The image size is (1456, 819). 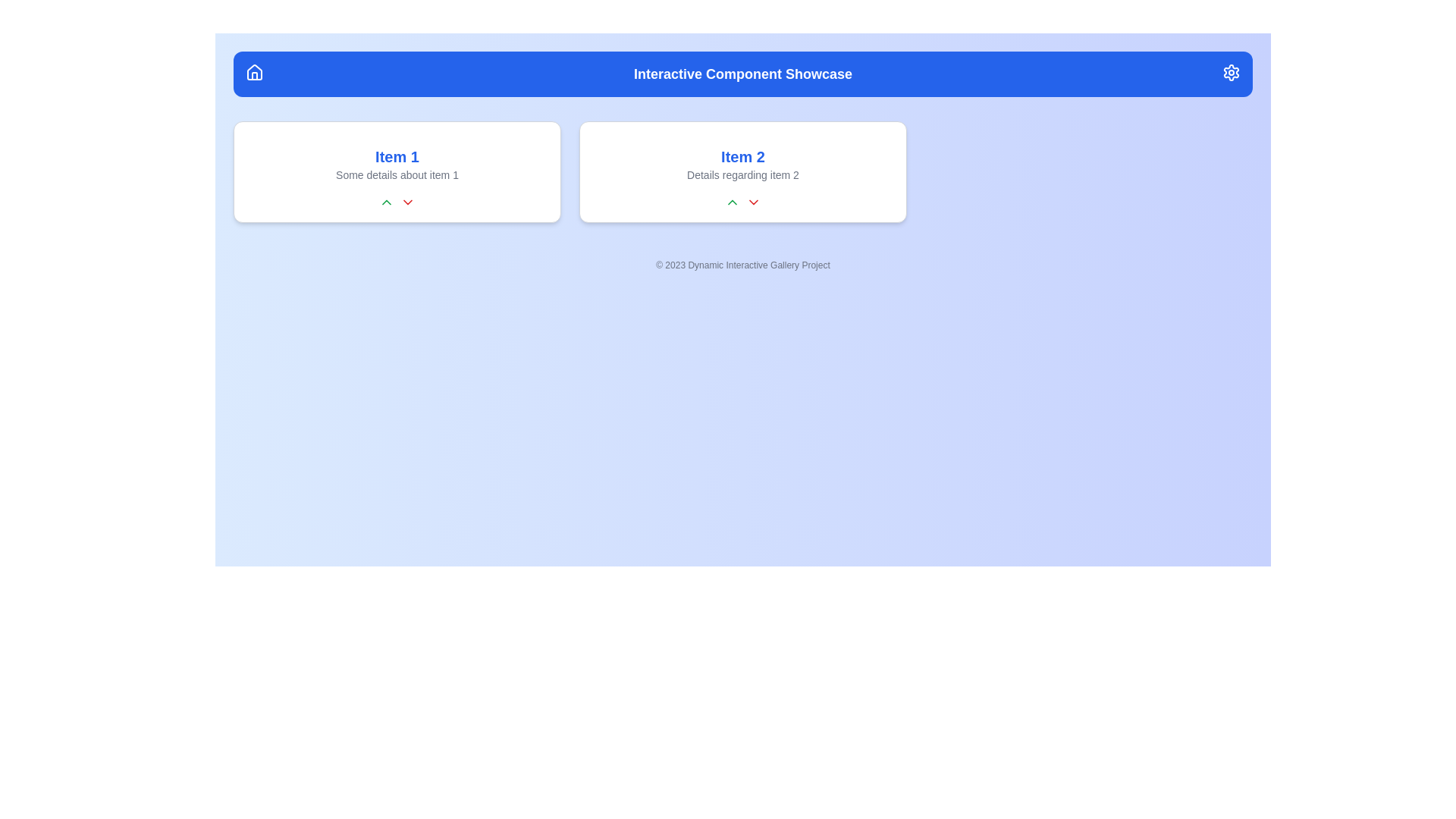 What do you see at coordinates (1231, 73) in the screenshot?
I see `the settings cogwheel icon located at the far-right corner of the top blue bar` at bounding box center [1231, 73].